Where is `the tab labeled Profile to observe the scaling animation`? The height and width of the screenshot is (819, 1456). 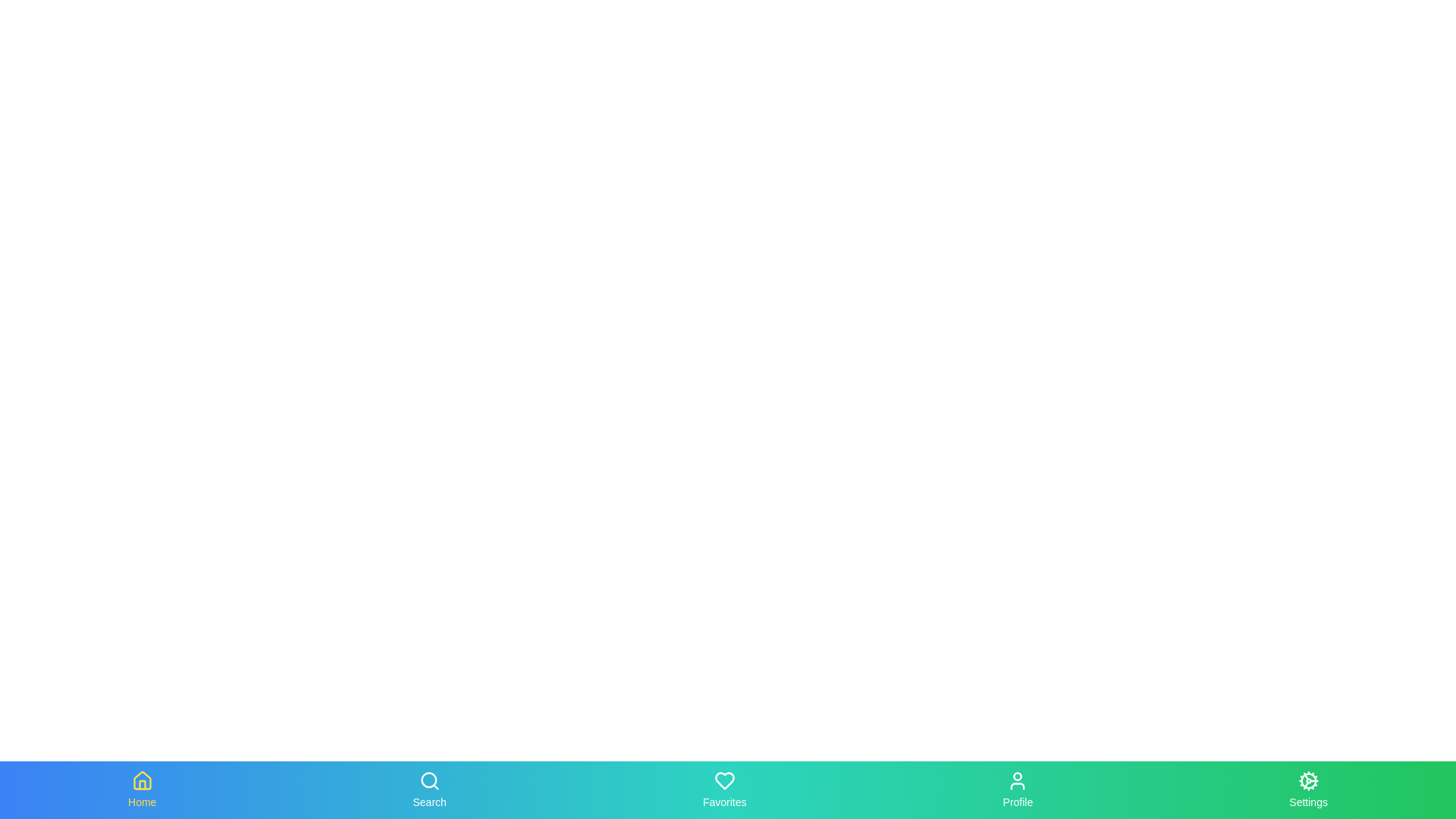
the tab labeled Profile to observe the scaling animation is located at coordinates (1018, 789).